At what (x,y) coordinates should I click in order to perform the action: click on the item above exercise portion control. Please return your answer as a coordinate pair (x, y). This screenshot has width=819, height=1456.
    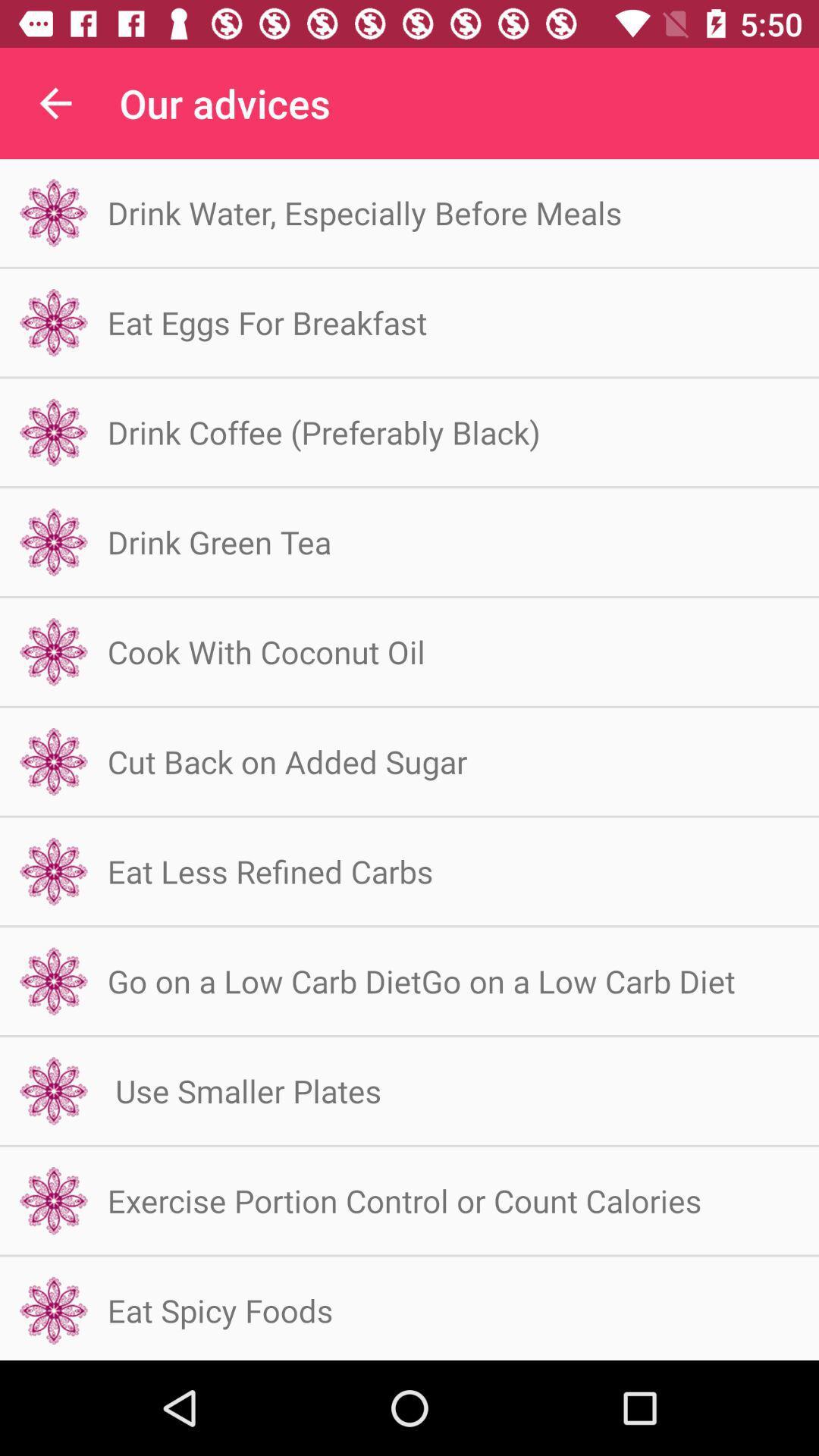
    Looking at the image, I should click on (243, 1090).